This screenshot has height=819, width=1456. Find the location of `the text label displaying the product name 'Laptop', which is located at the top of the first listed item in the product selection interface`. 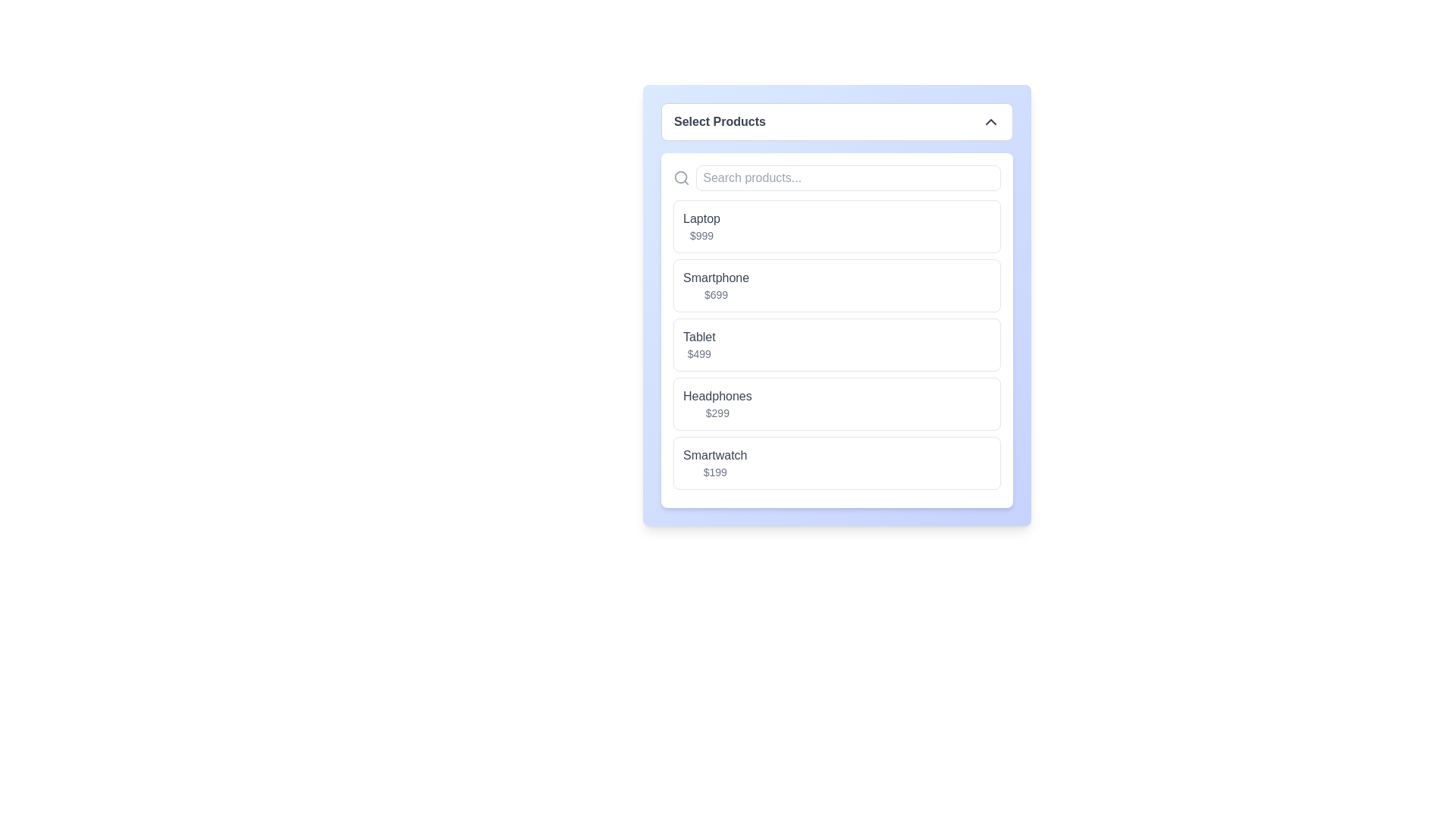

the text label displaying the product name 'Laptop', which is located at the top of the first listed item in the product selection interface is located at coordinates (701, 219).